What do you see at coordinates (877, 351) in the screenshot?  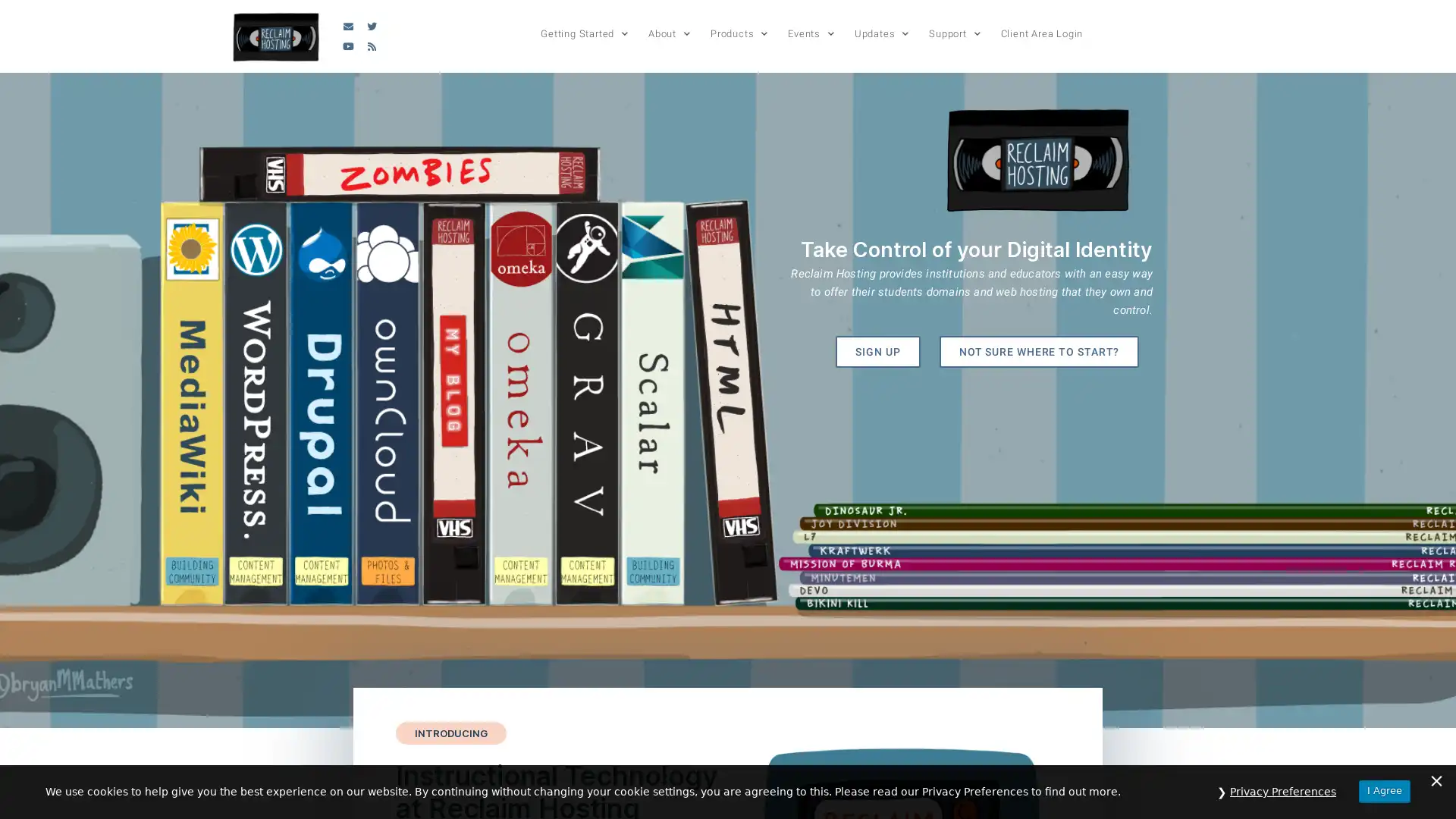 I see `SIGN UP` at bounding box center [877, 351].